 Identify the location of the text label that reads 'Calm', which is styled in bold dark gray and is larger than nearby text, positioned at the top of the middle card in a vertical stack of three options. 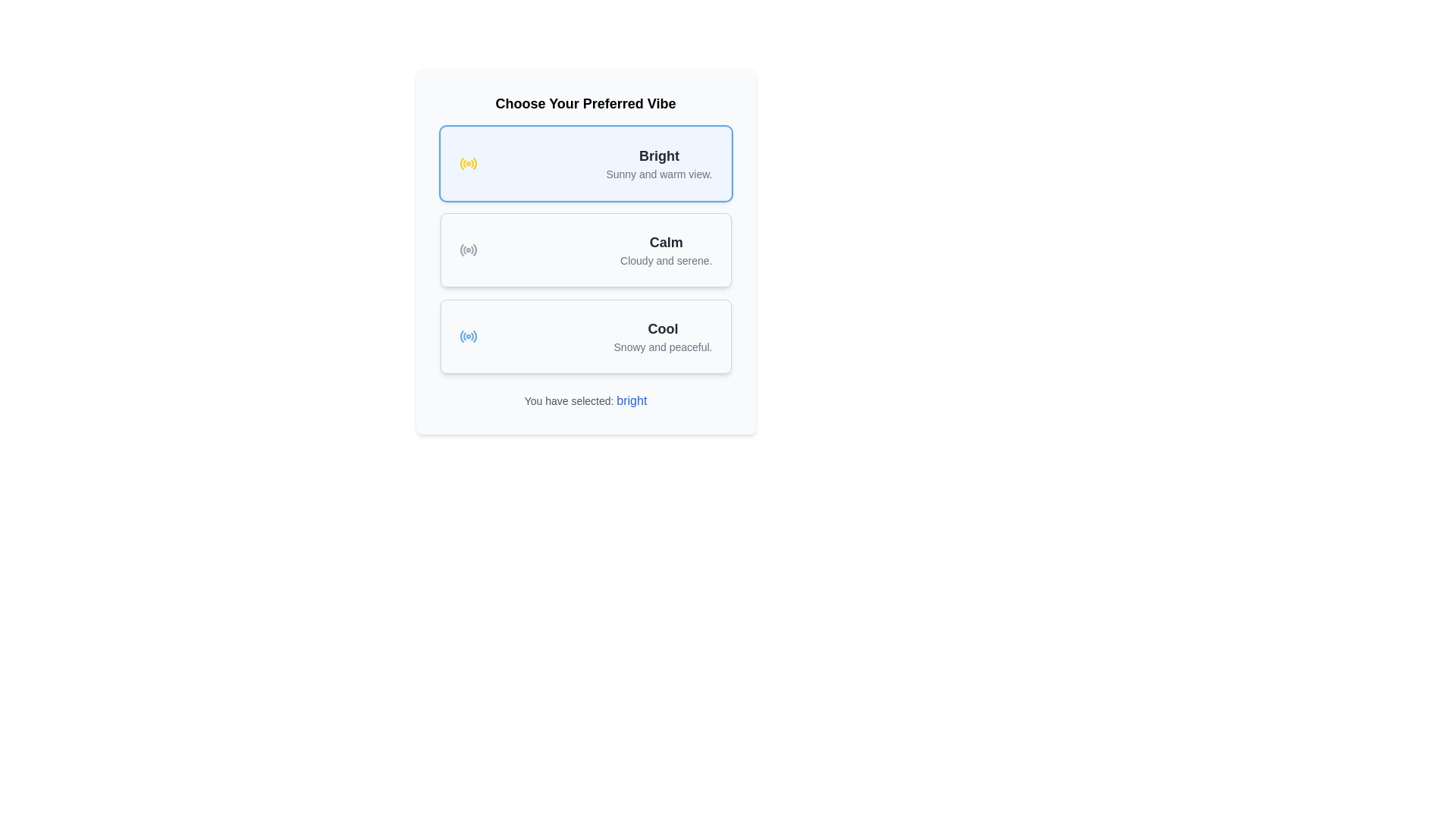
(666, 242).